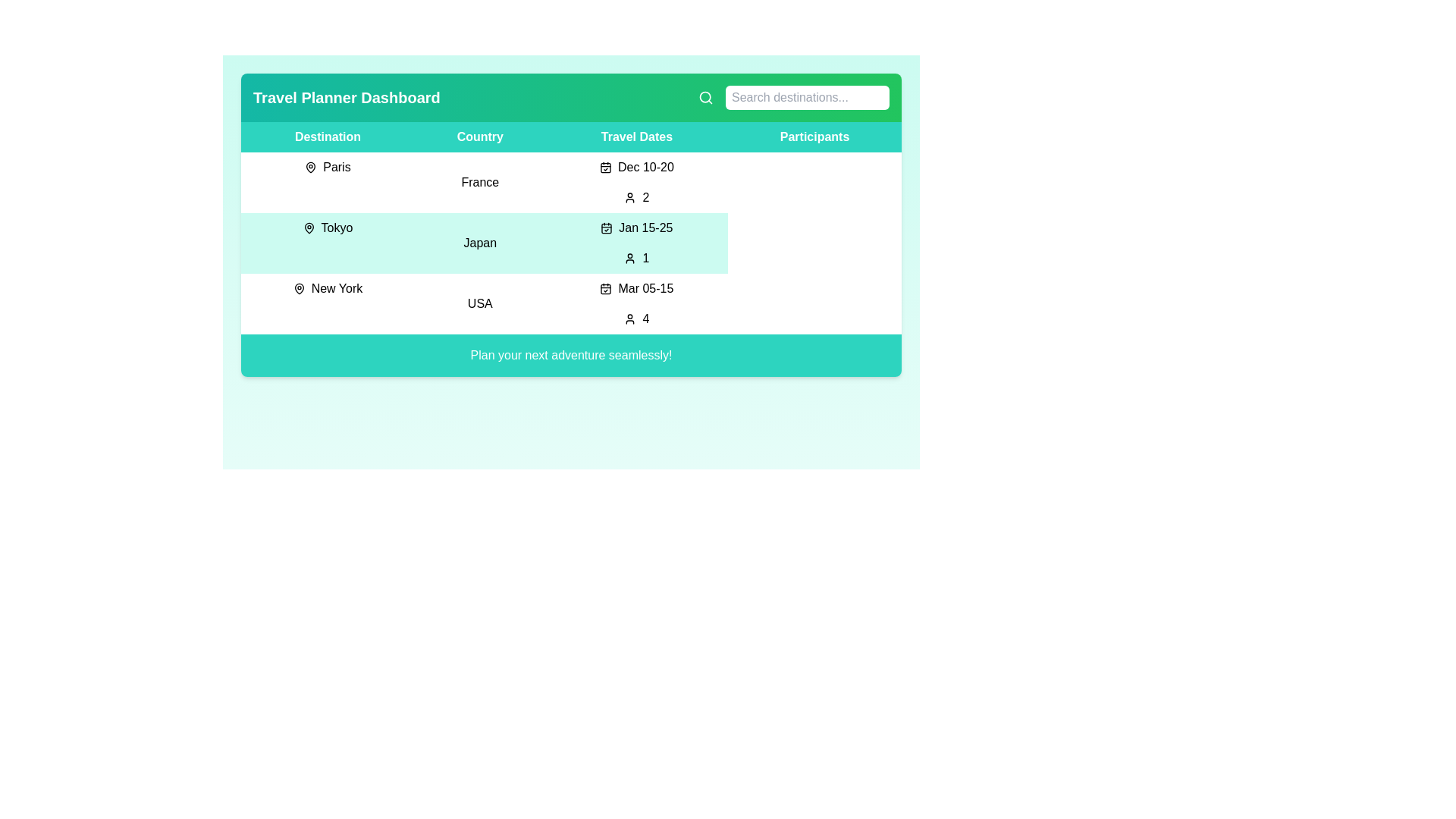  What do you see at coordinates (630, 318) in the screenshot?
I see `the small user profile icon in the 'Participants' column of the third row, which corresponds to the 'New York' travel information row` at bounding box center [630, 318].